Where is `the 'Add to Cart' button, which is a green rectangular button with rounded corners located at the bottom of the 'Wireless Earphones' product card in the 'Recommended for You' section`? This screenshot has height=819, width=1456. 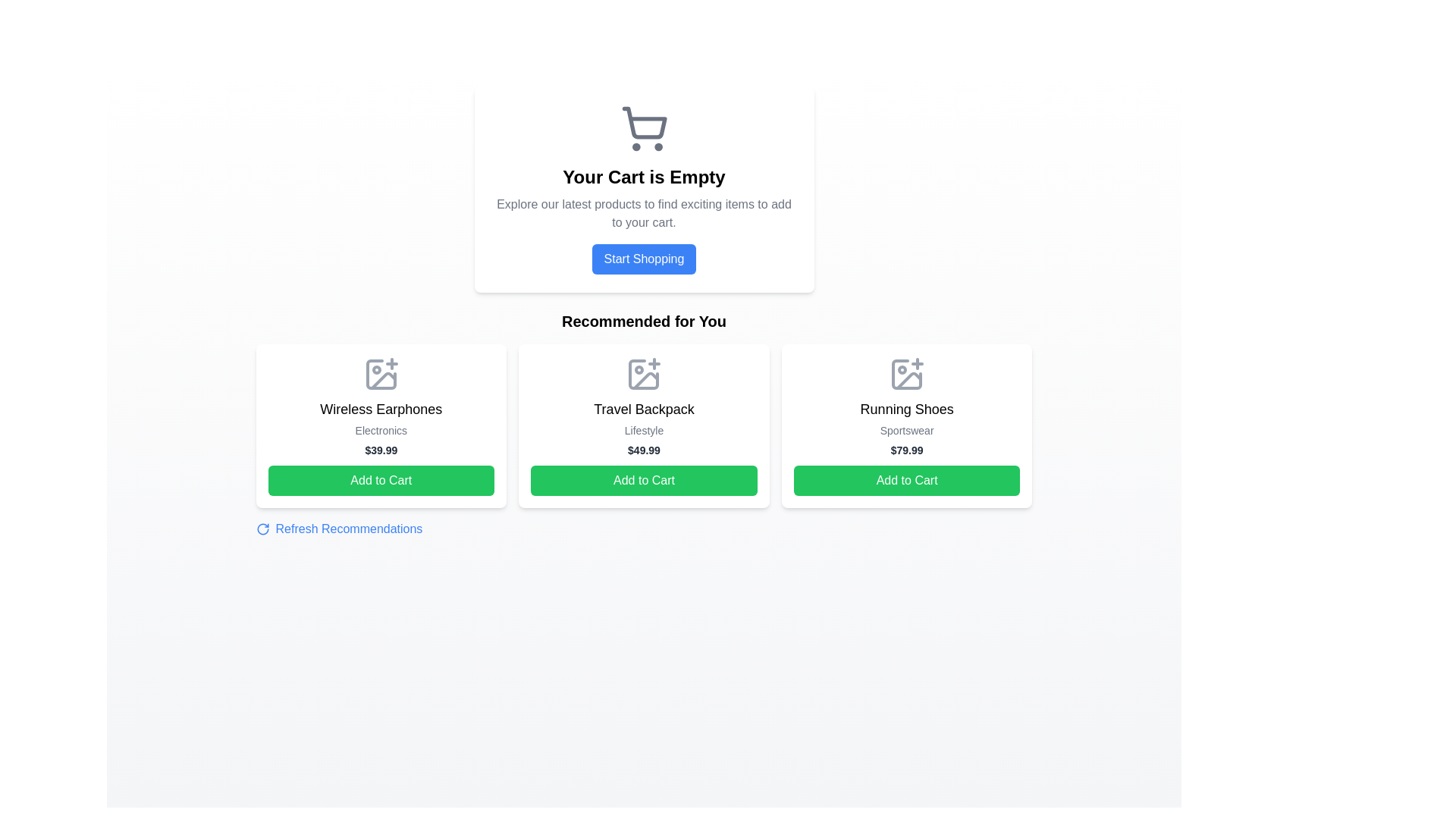 the 'Add to Cart' button, which is a green rectangular button with rounded corners located at the bottom of the 'Wireless Earphones' product card in the 'Recommended for You' section is located at coordinates (381, 480).